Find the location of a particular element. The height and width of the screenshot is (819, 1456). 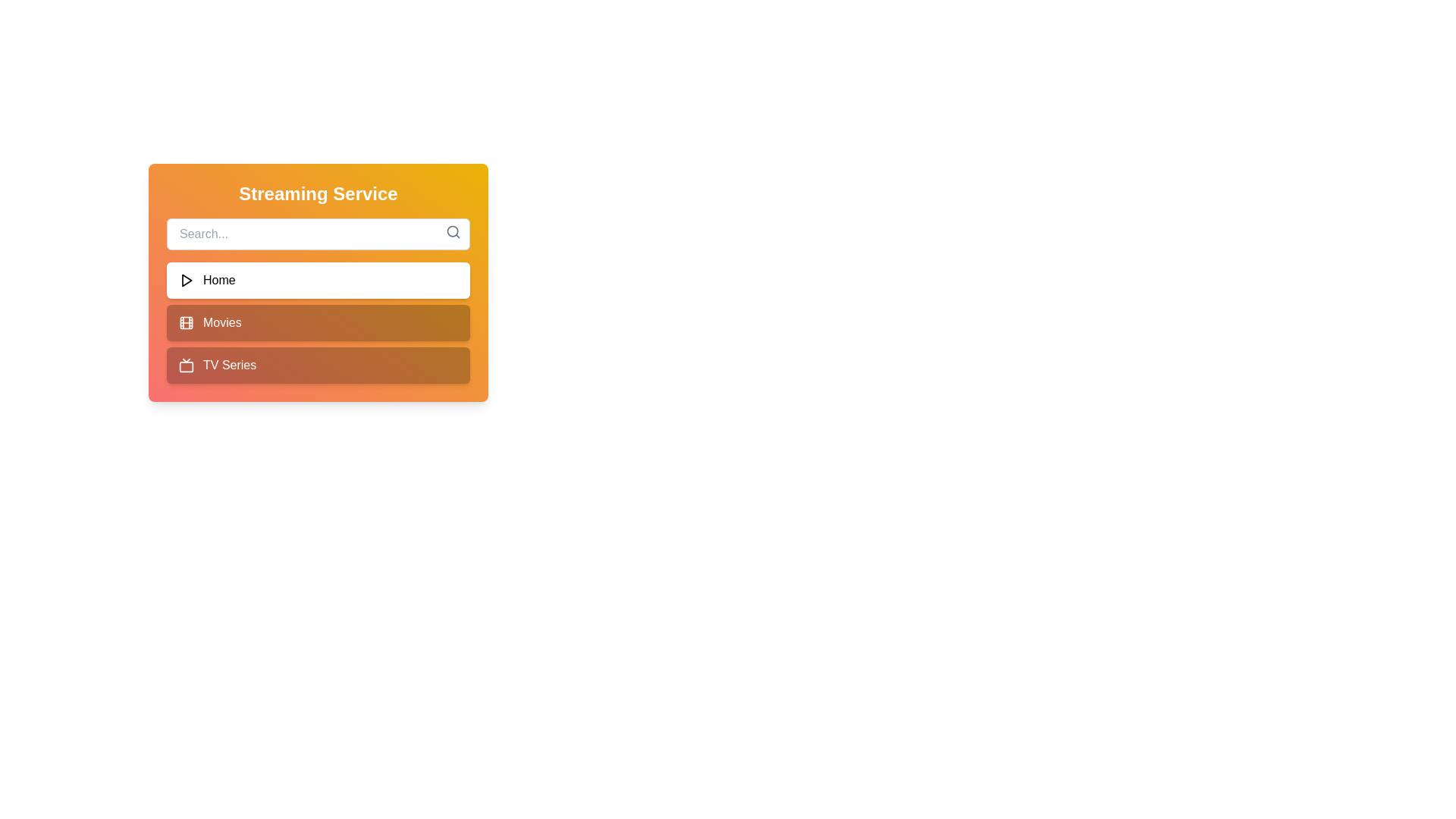

the Home button, which is the first option in a vertical list of buttons (Home, Movies, TV Series) located below a search bar and above the Movies button is located at coordinates (318, 283).